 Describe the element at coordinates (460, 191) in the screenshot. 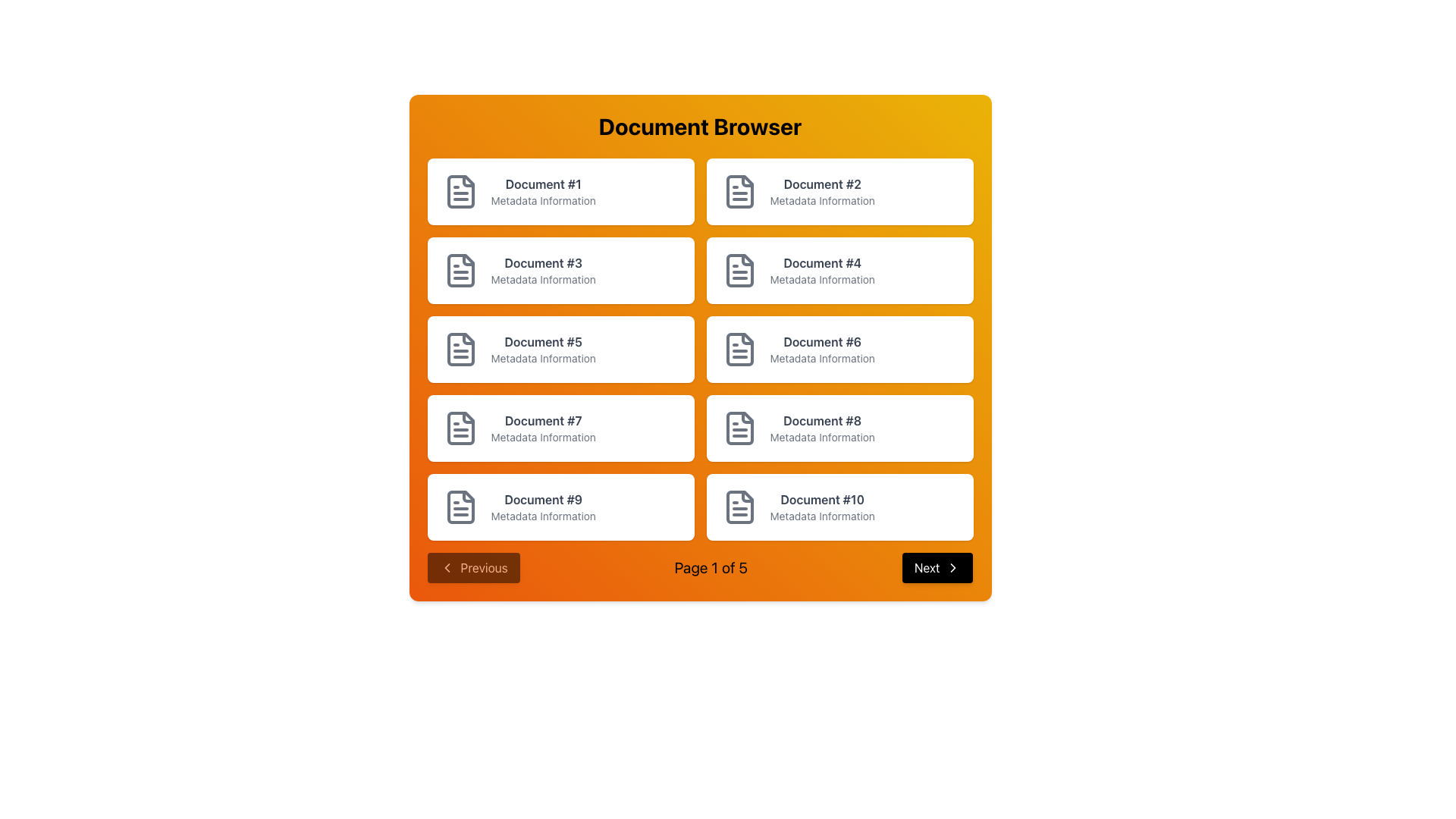

I see `the gray document icon representing 'Document #1' located in the first row of the document list, which features a folded corner and lines indicating text` at that location.